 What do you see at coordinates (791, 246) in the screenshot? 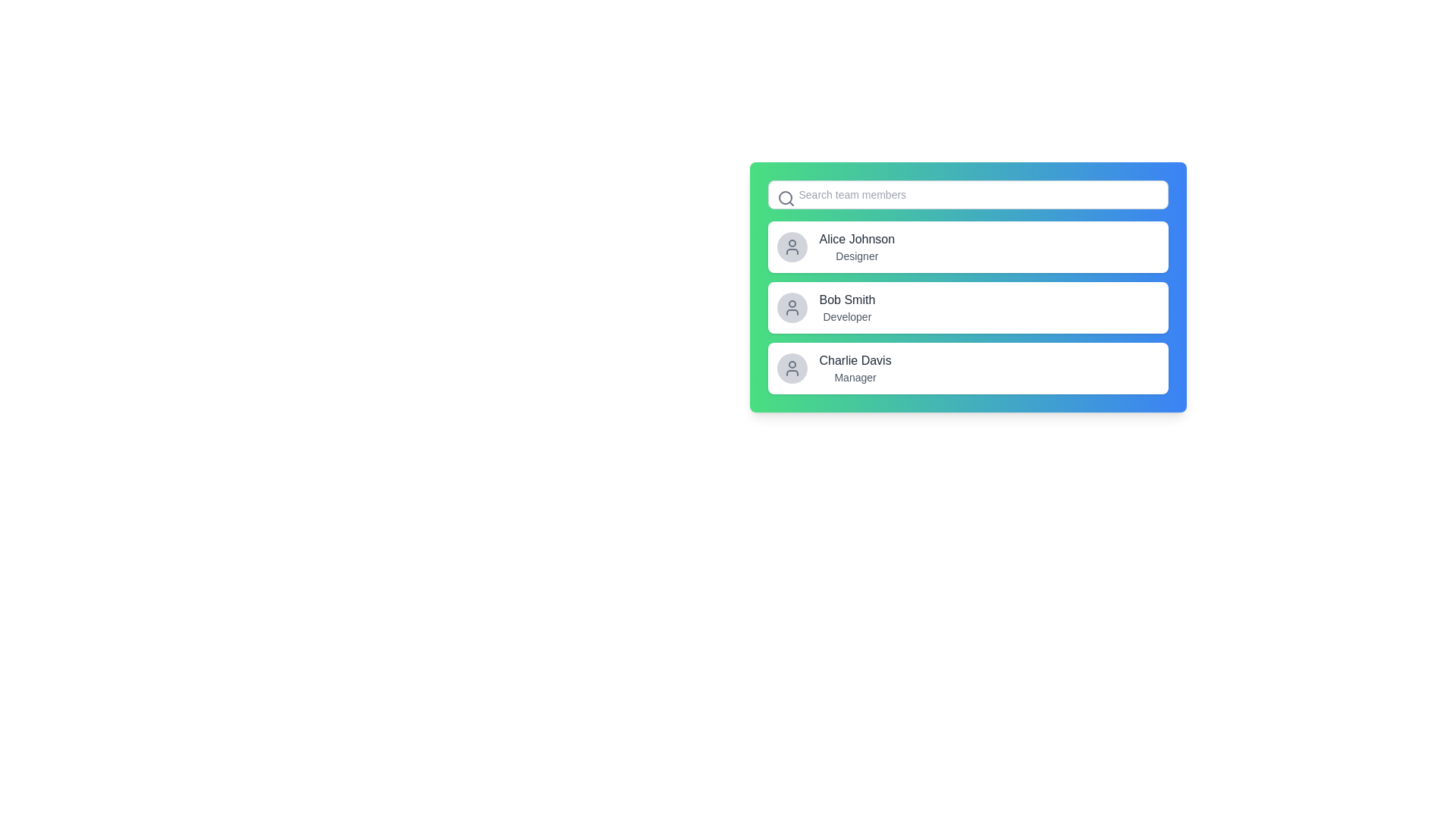
I see `the circular profile avatar icon with a gray background and white silhouette representing Alice Johnson's profile picture, located at the top-left corner of the card` at bounding box center [791, 246].